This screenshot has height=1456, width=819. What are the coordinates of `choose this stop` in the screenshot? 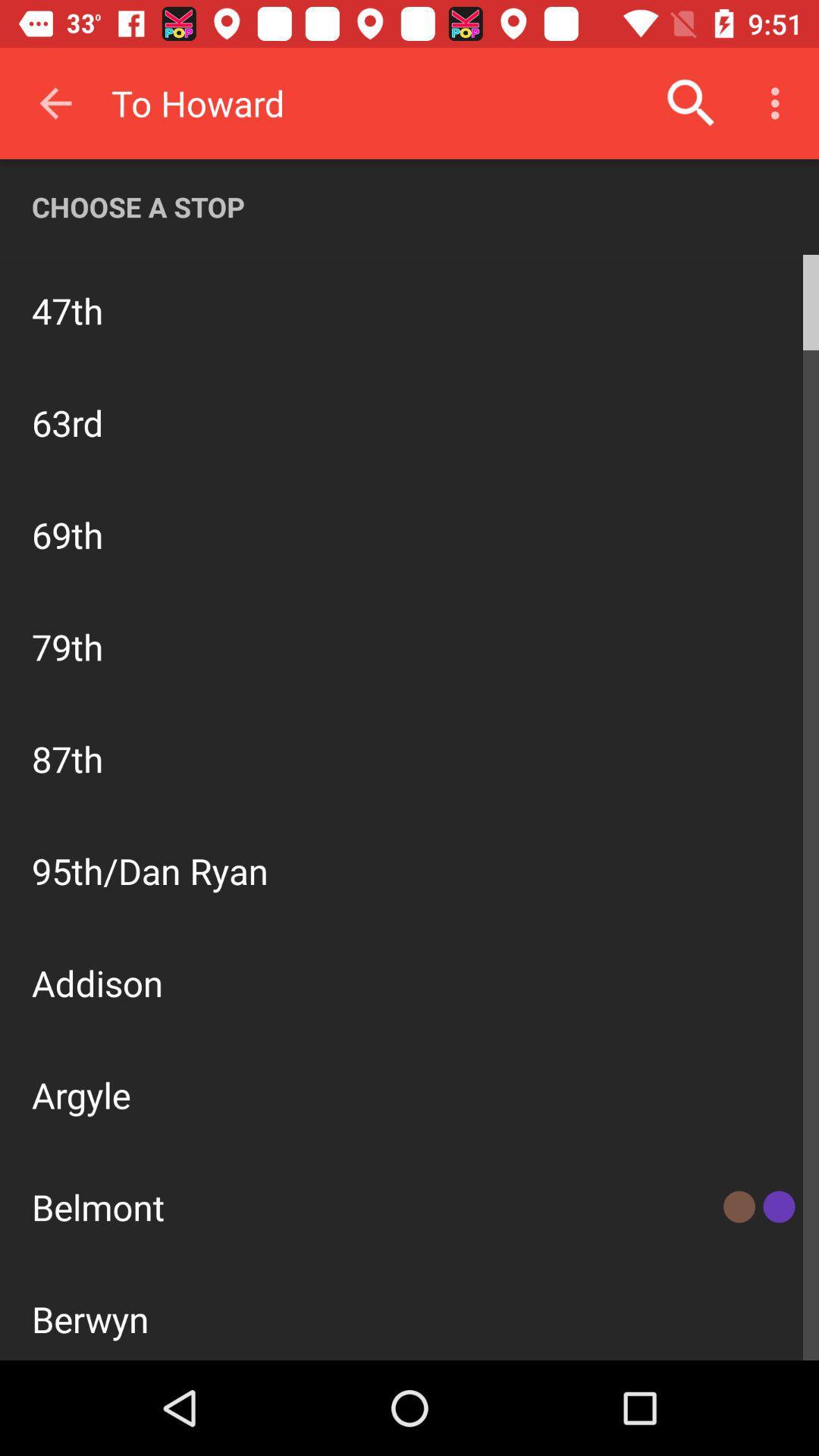 It's located at (730, 309).